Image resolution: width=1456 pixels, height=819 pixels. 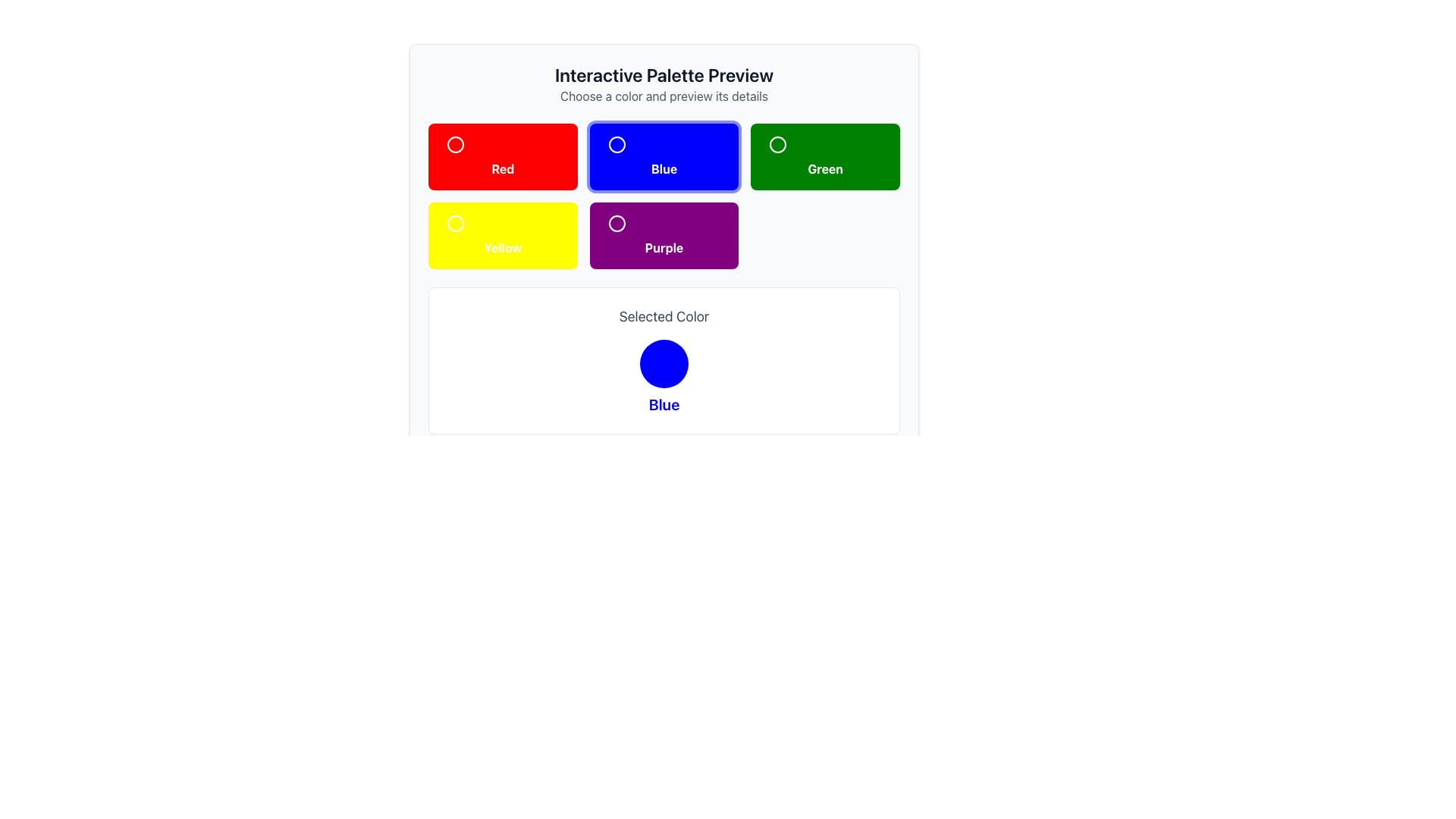 I want to click on the text element labeled 'Green', which is centrally positioned within the green button in the top-right corner of the color selection grid, so click(x=824, y=169).